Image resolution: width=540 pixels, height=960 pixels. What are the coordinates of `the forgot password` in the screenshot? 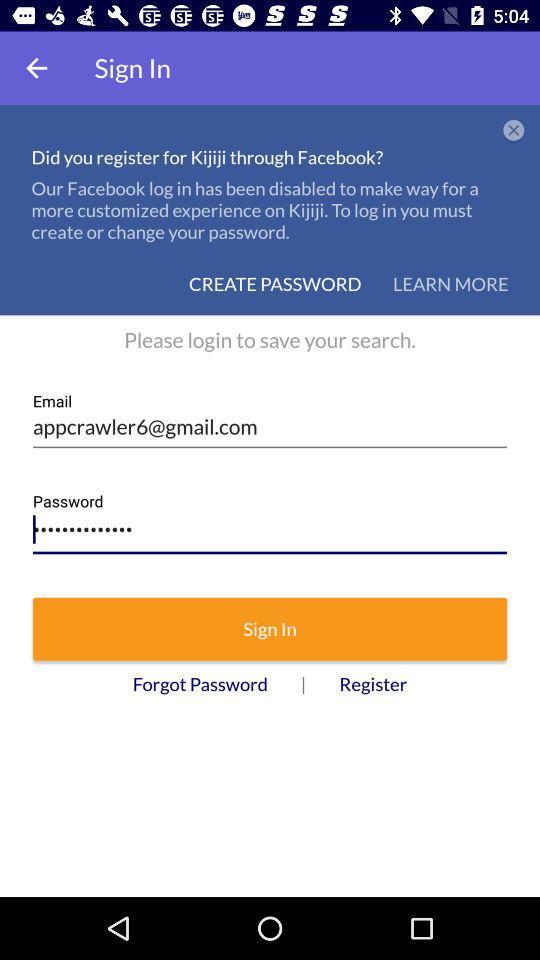 It's located at (200, 684).